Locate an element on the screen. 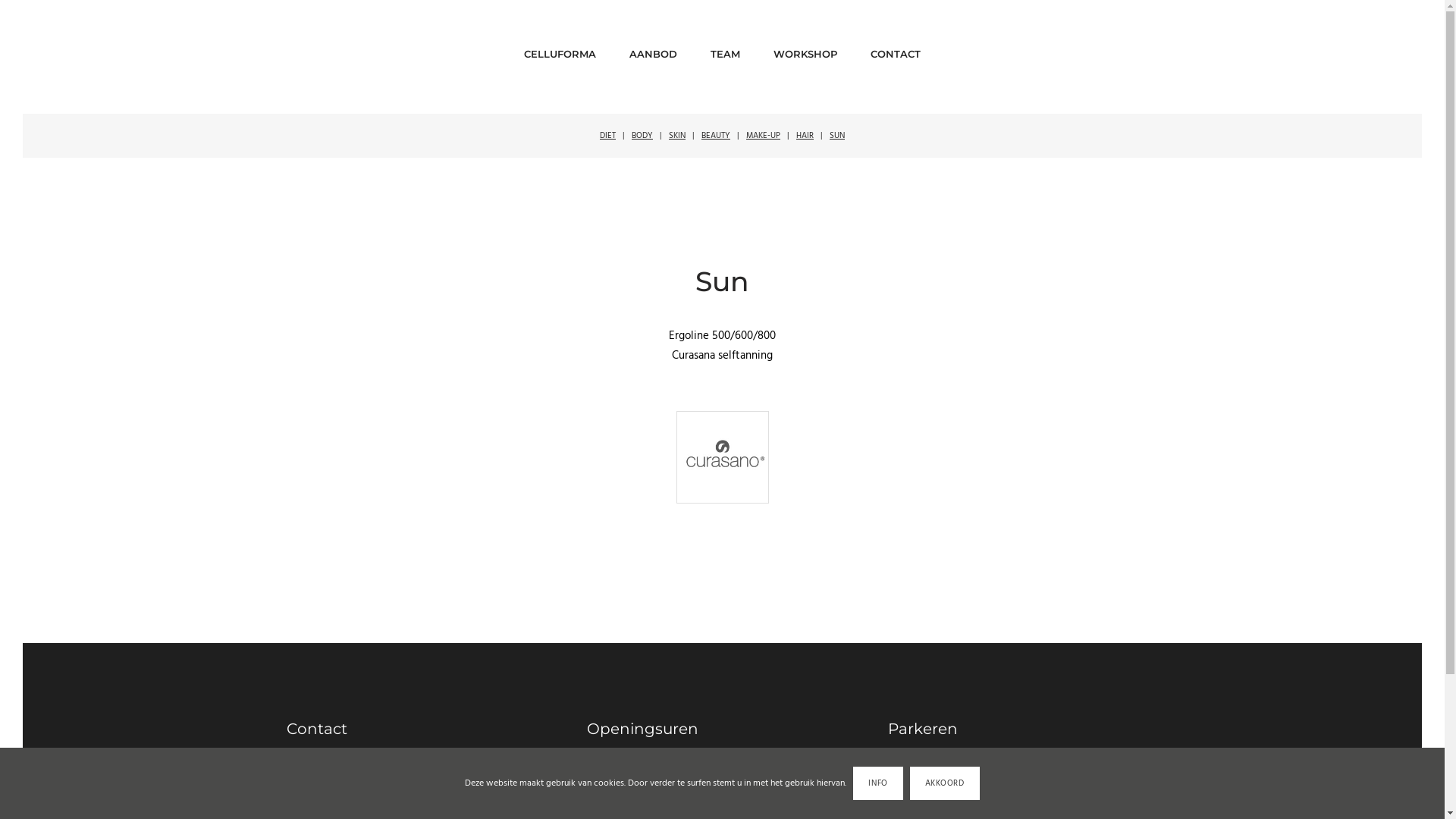 This screenshot has height=819, width=1456. 'SUN' is located at coordinates (836, 134).